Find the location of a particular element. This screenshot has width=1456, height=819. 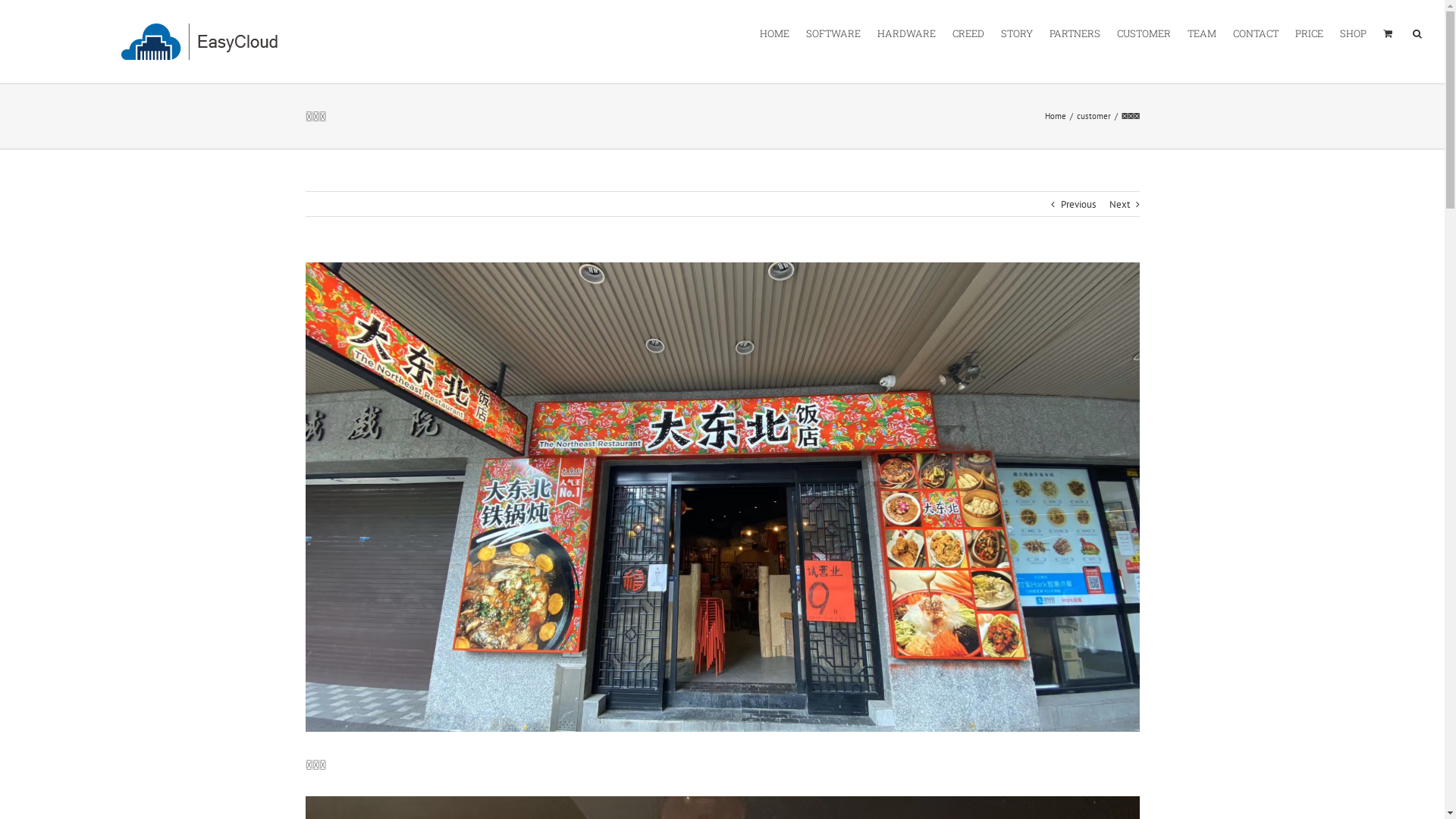

'Search' is located at coordinates (1416, 32).